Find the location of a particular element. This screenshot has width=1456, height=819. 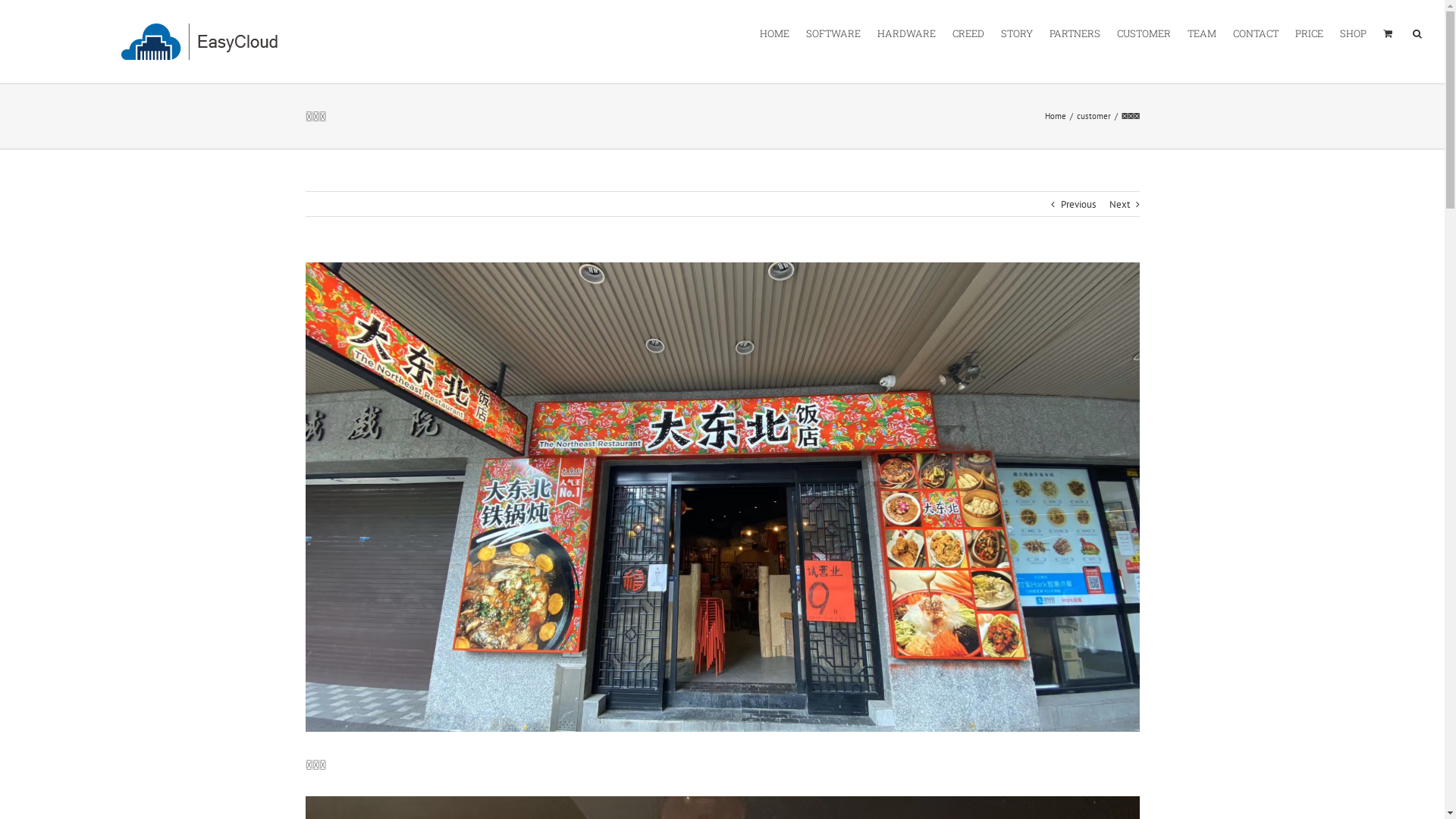

'Search' is located at coordinates (1416, 32).